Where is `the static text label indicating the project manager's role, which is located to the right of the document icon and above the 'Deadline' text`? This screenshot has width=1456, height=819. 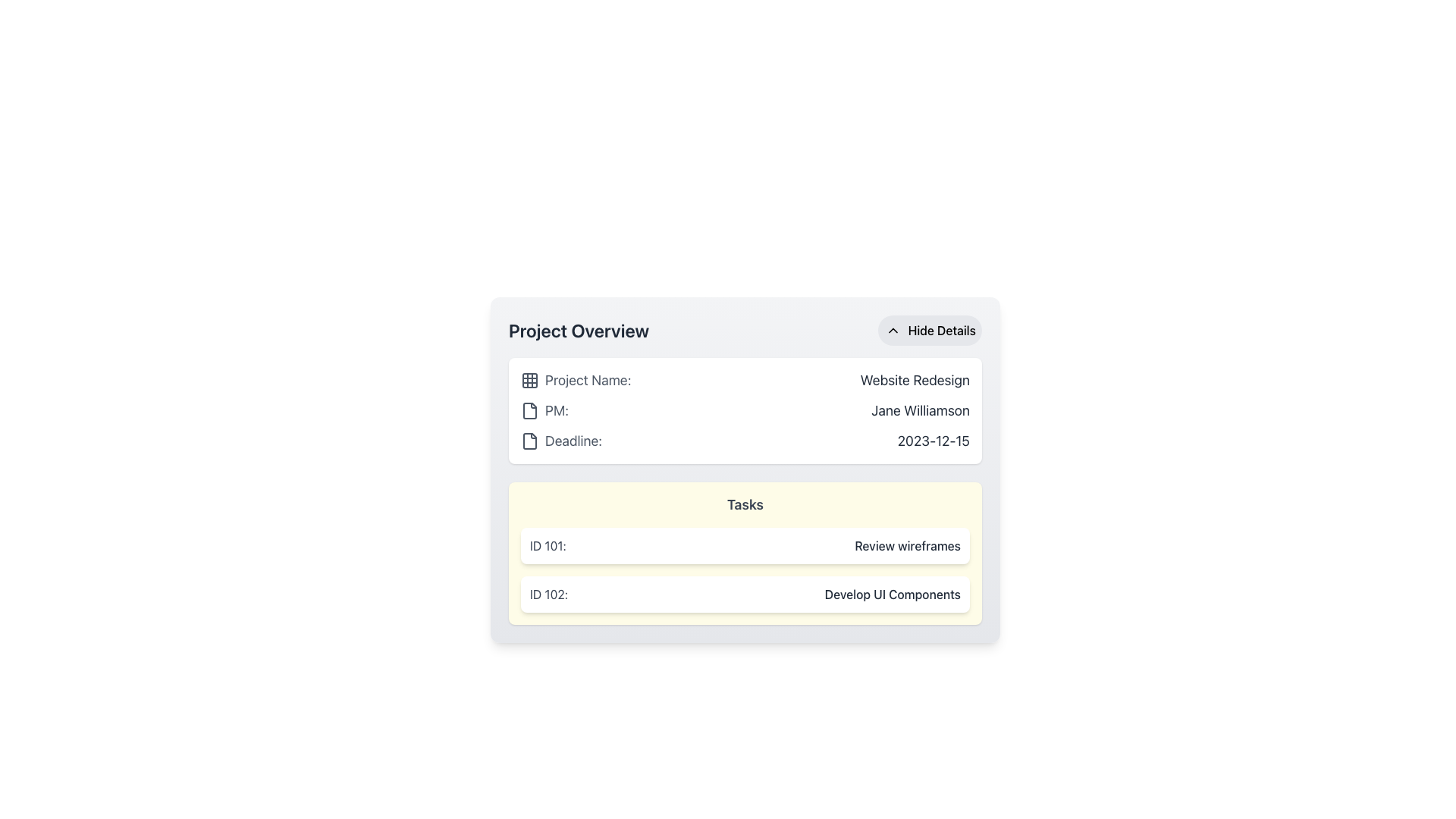 the static text label indicating the project manager's role, which is located to the right of the document icon and above the 'Deadline' text is located at coordinates (556, 411).